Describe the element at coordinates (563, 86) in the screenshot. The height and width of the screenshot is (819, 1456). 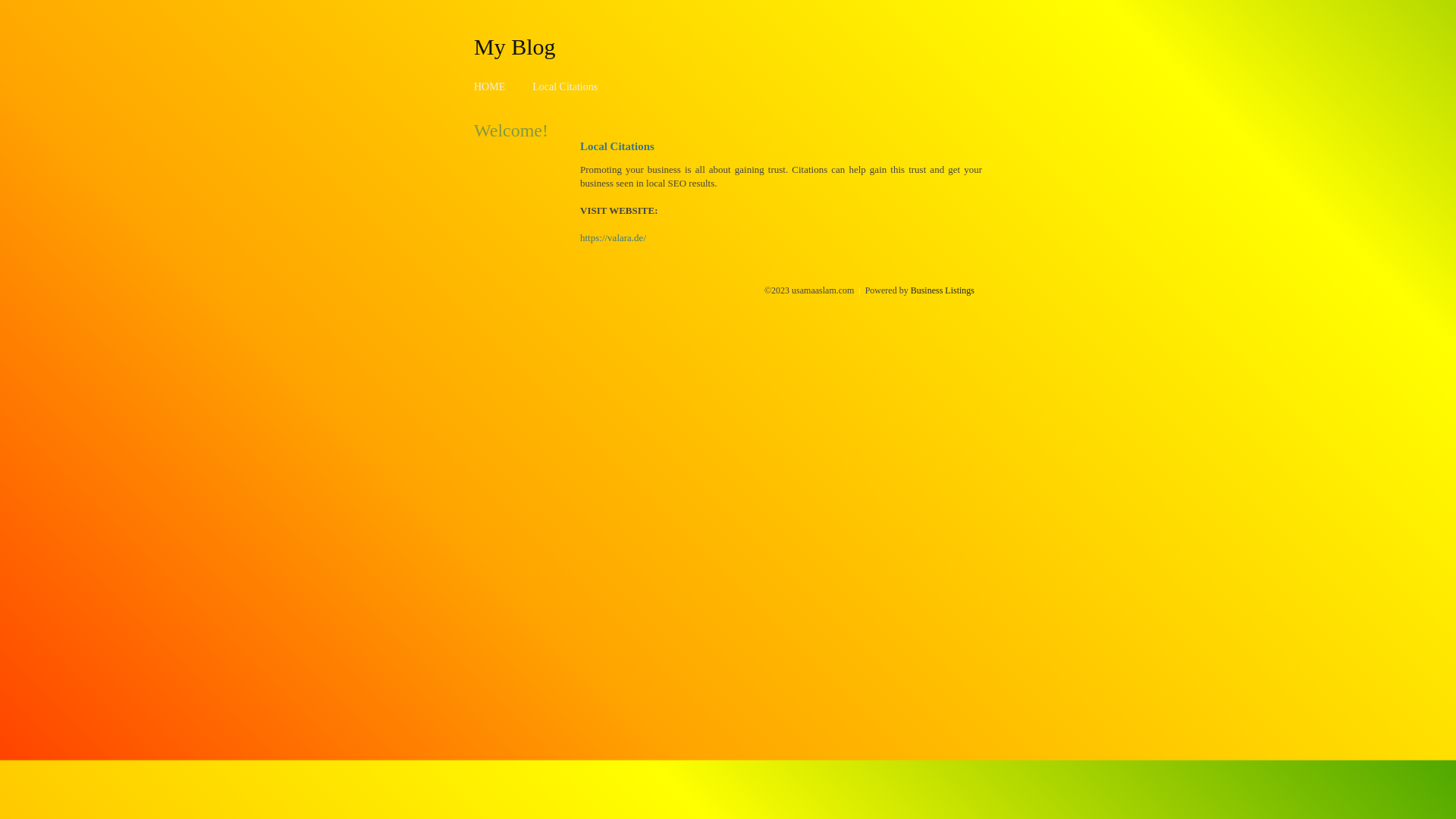
I see `'Local Citations'` at that location.